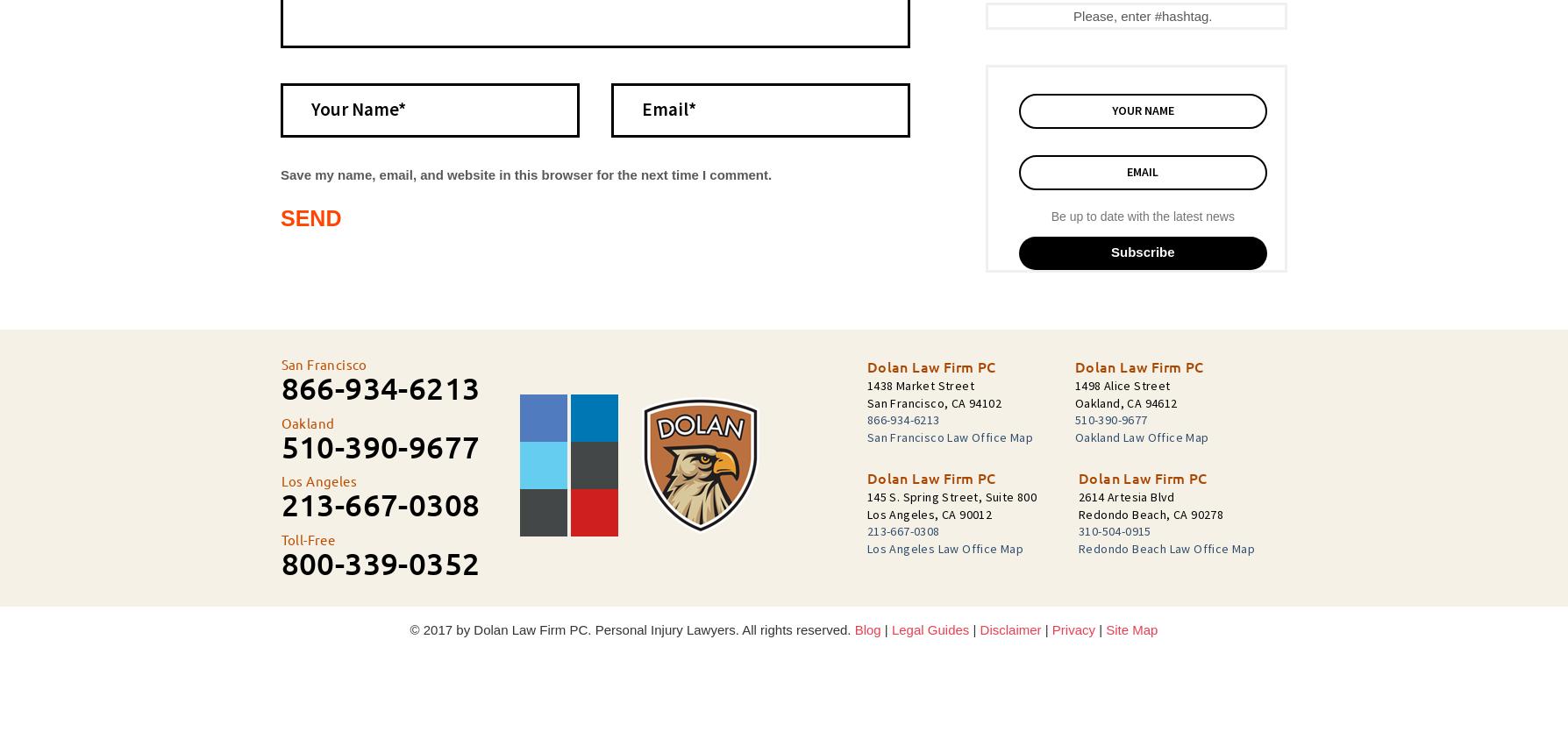 The width and height of the screenshot is (1568, 746). I want to click on 'Toll-Free', so click(306, 538).